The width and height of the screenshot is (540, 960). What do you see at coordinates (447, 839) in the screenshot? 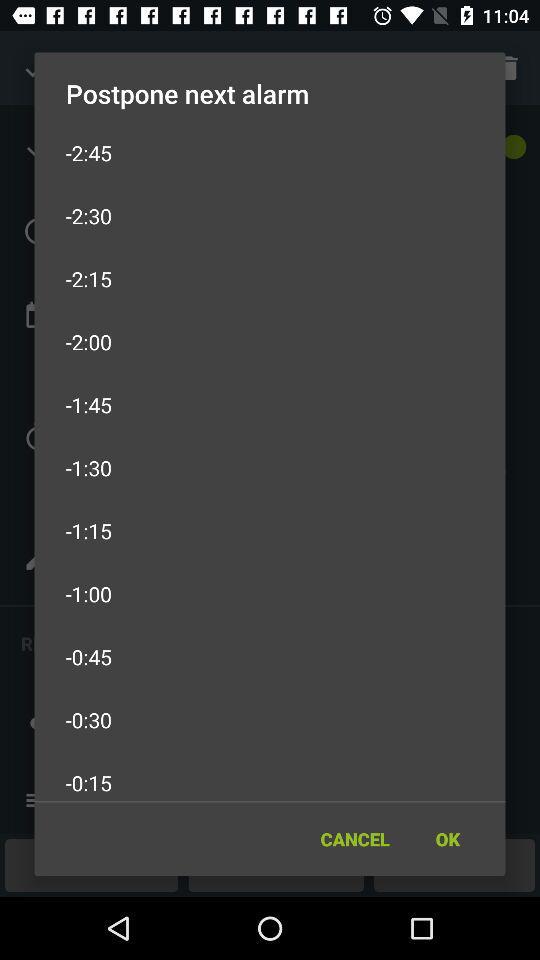
I see `item at the bottom right corner` at bounding box center [447, 839].